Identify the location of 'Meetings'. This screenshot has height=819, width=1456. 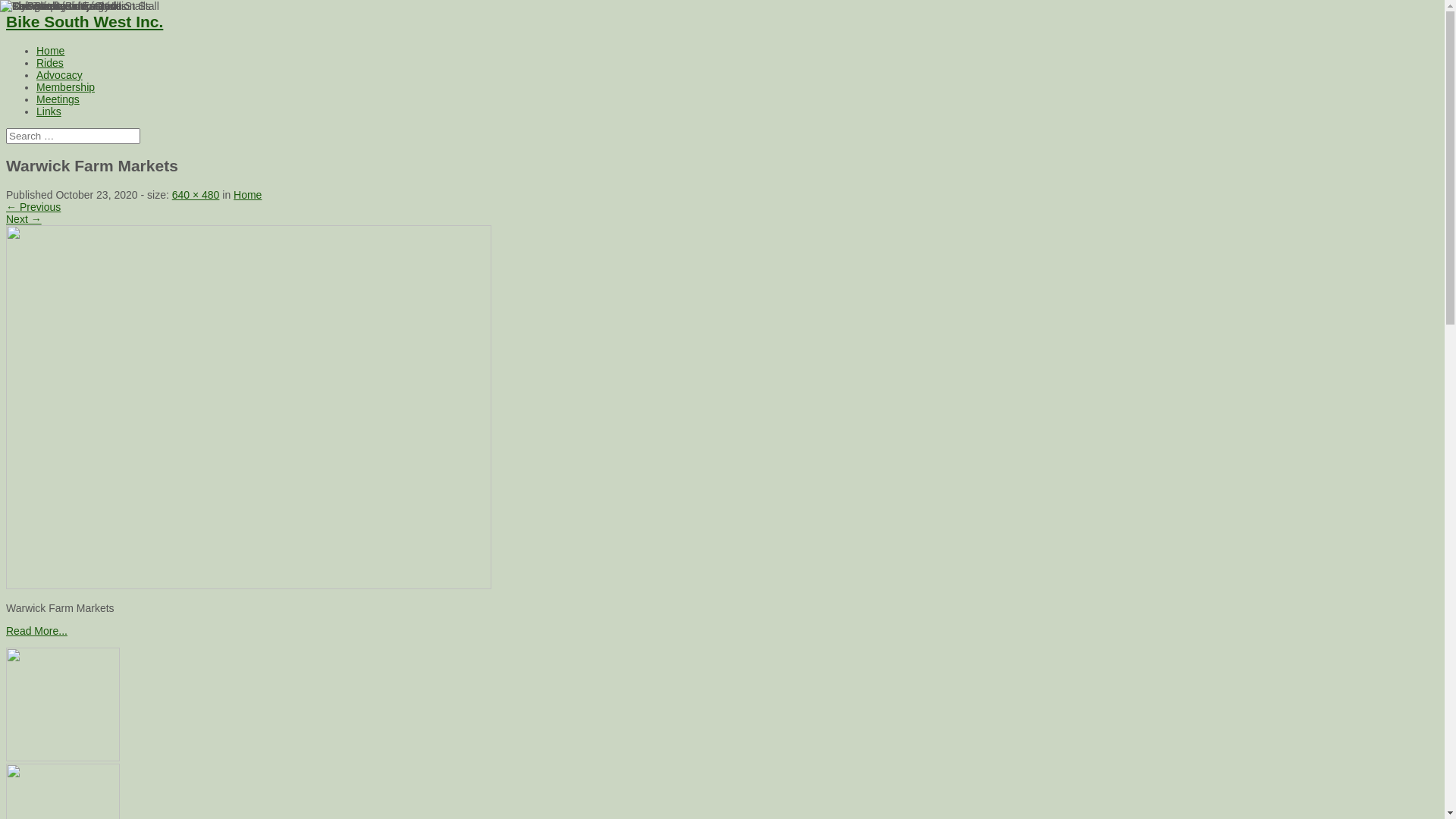
(36, 99).